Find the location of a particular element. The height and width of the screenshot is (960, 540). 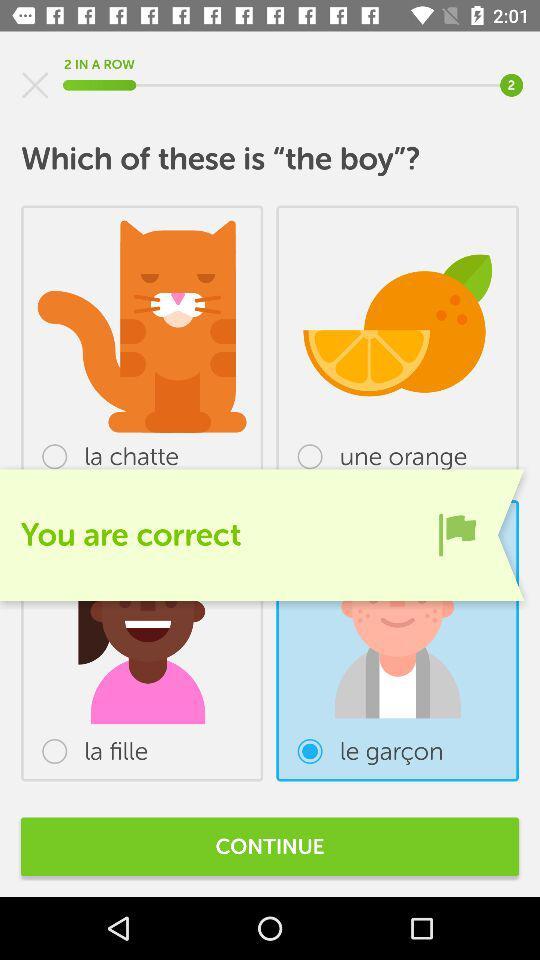

stop is located at coordinates (35, 85).